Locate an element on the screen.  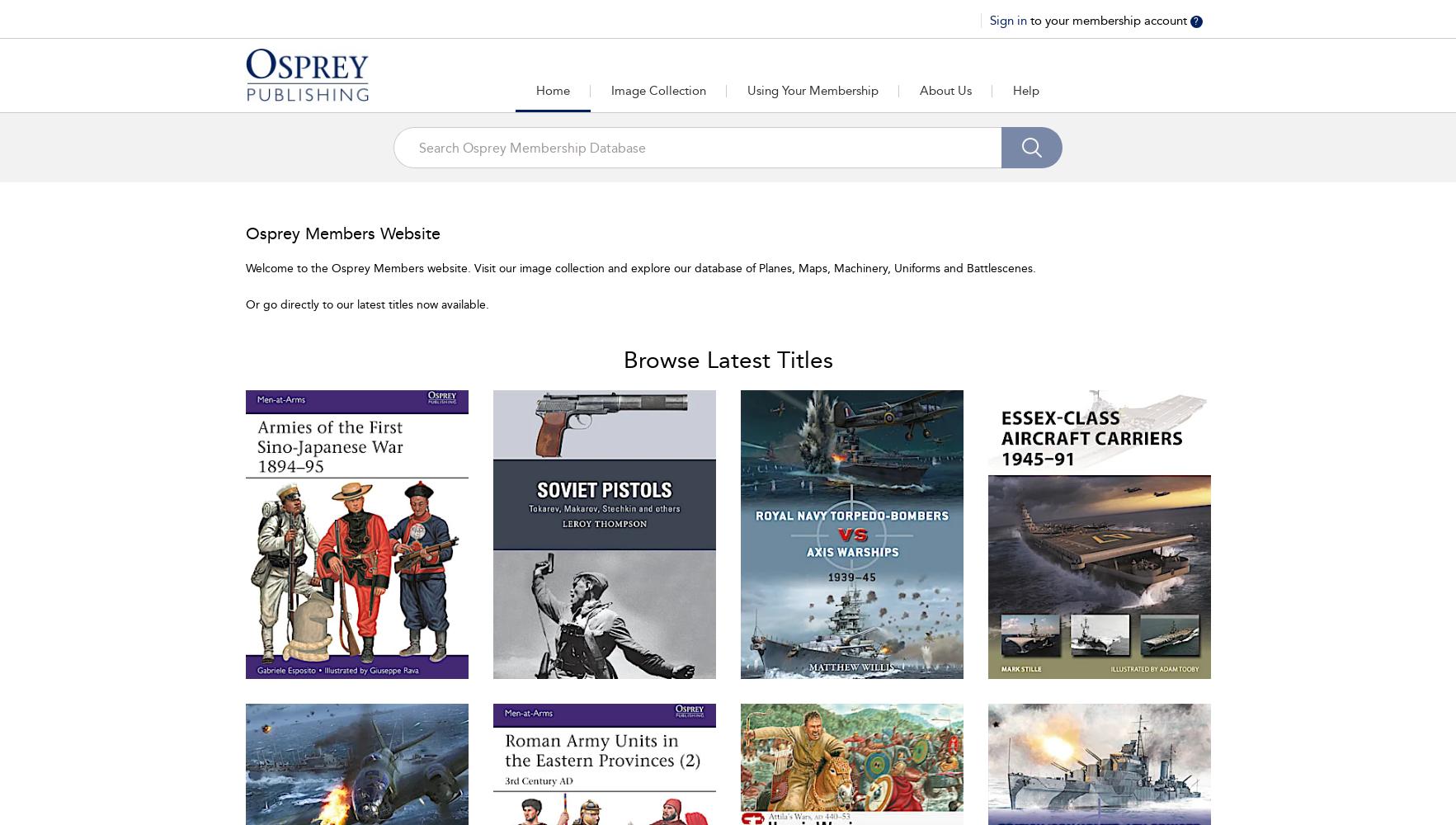
'Image Collection' is located at coordinates (657, 90).